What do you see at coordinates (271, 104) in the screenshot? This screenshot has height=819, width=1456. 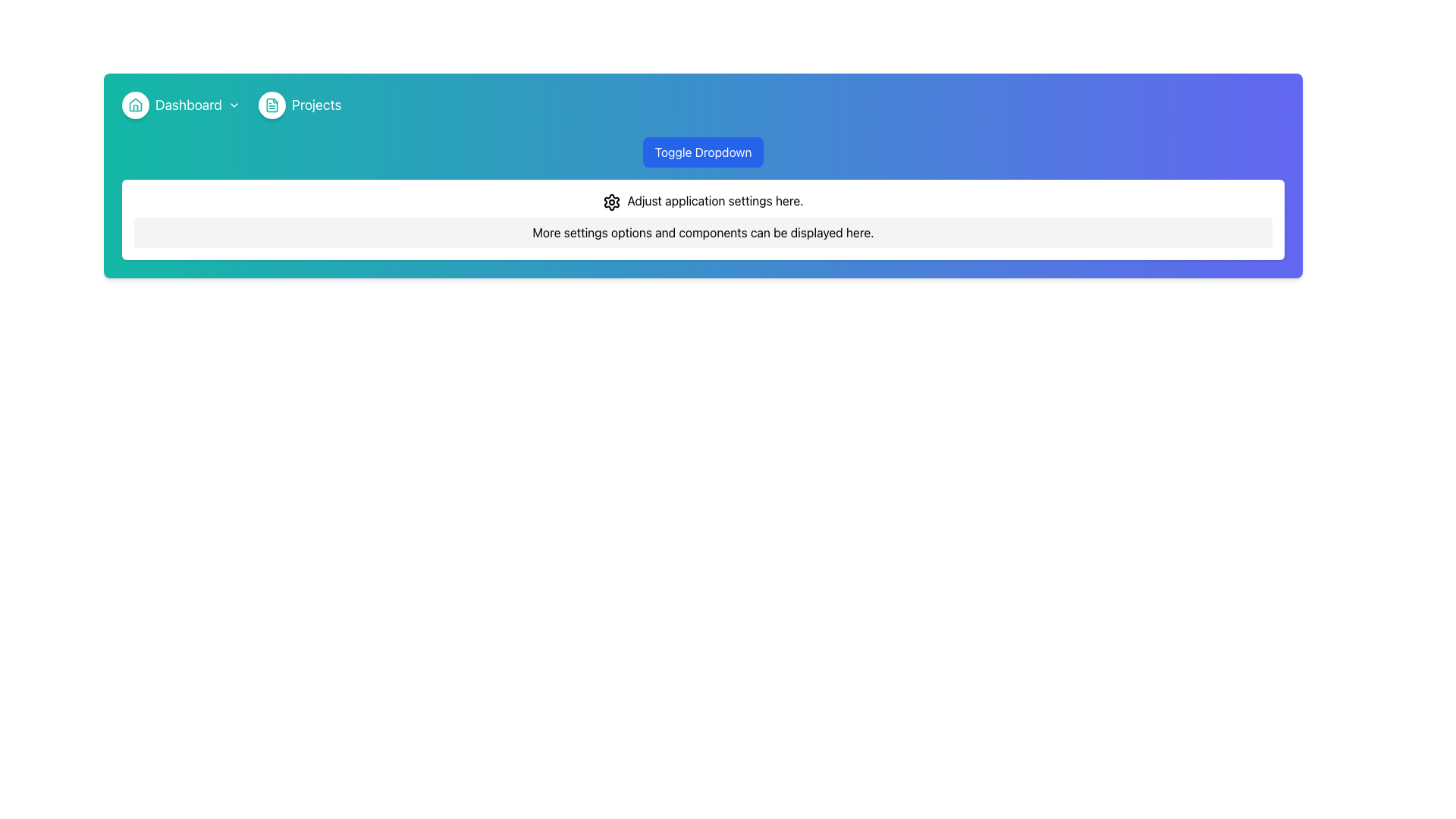 I see `the circular icon with a white background and teal border that contains a teal-colored graphic of a document with lines, located to the left of the text 'Projects'` at bounding box center [271, 104].